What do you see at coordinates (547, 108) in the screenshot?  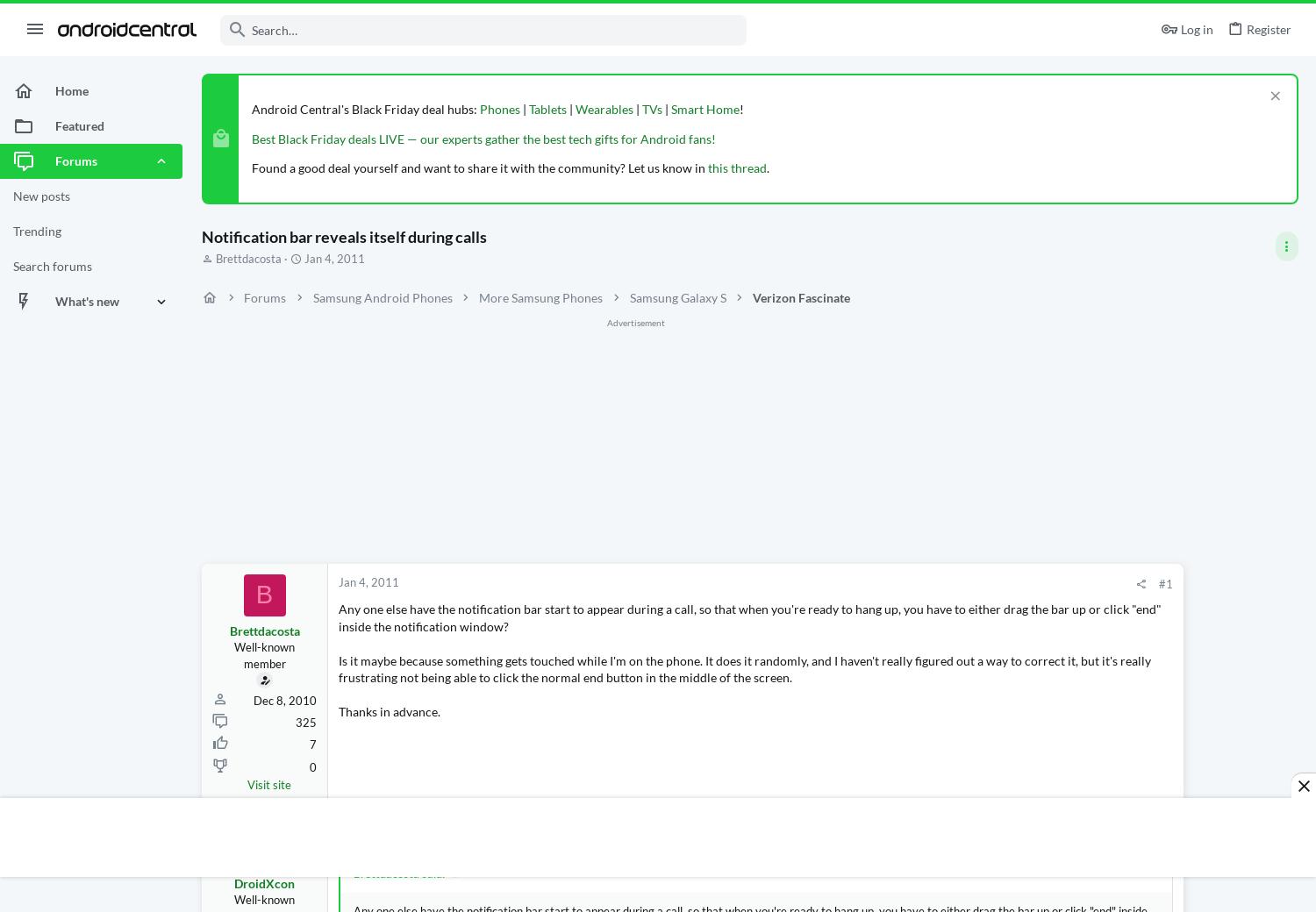 I see `'Tablets'` at bounding box center [547, 108].